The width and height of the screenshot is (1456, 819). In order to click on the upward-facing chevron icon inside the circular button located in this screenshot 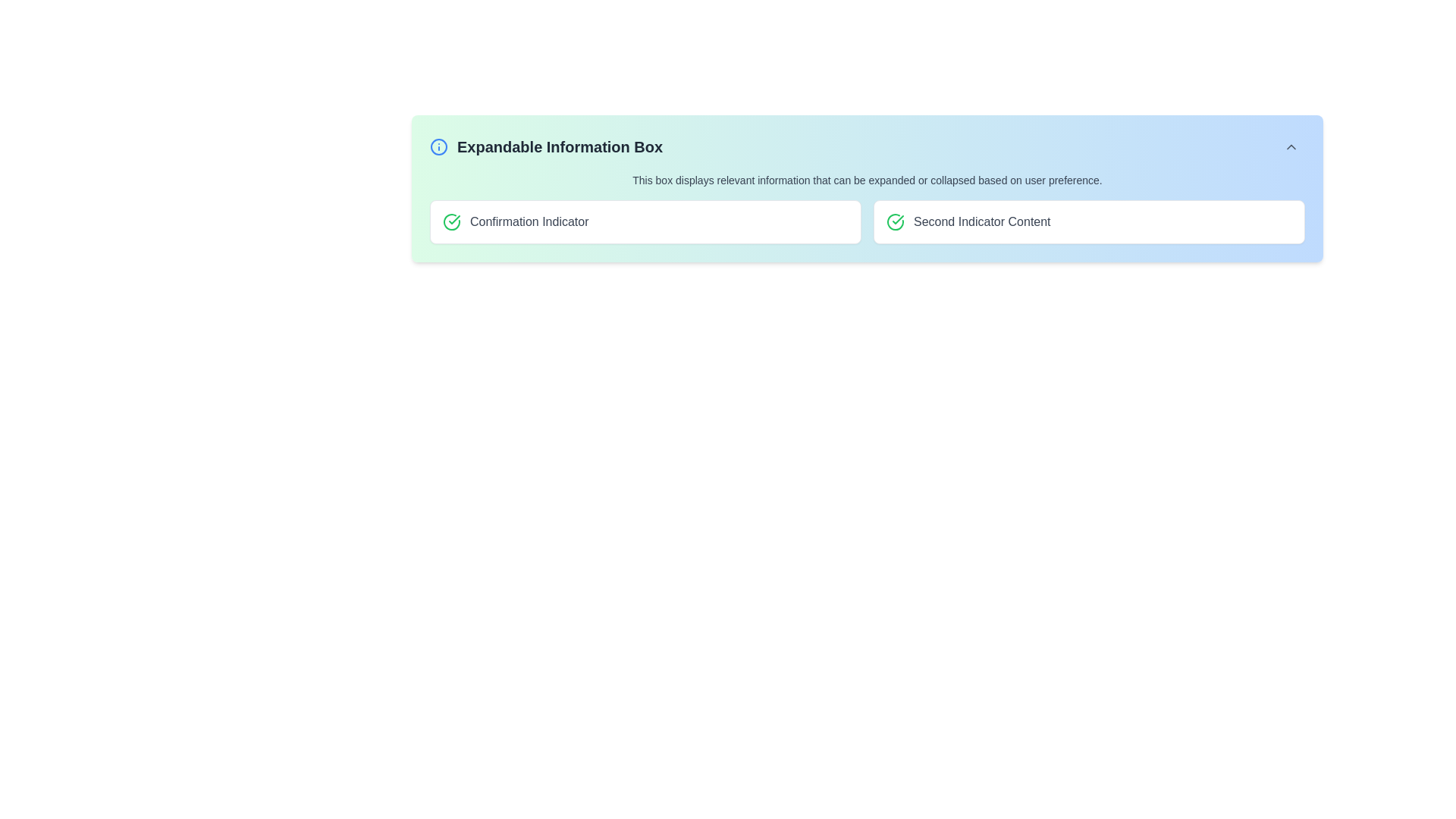, I will do `click(1291, 146)`.